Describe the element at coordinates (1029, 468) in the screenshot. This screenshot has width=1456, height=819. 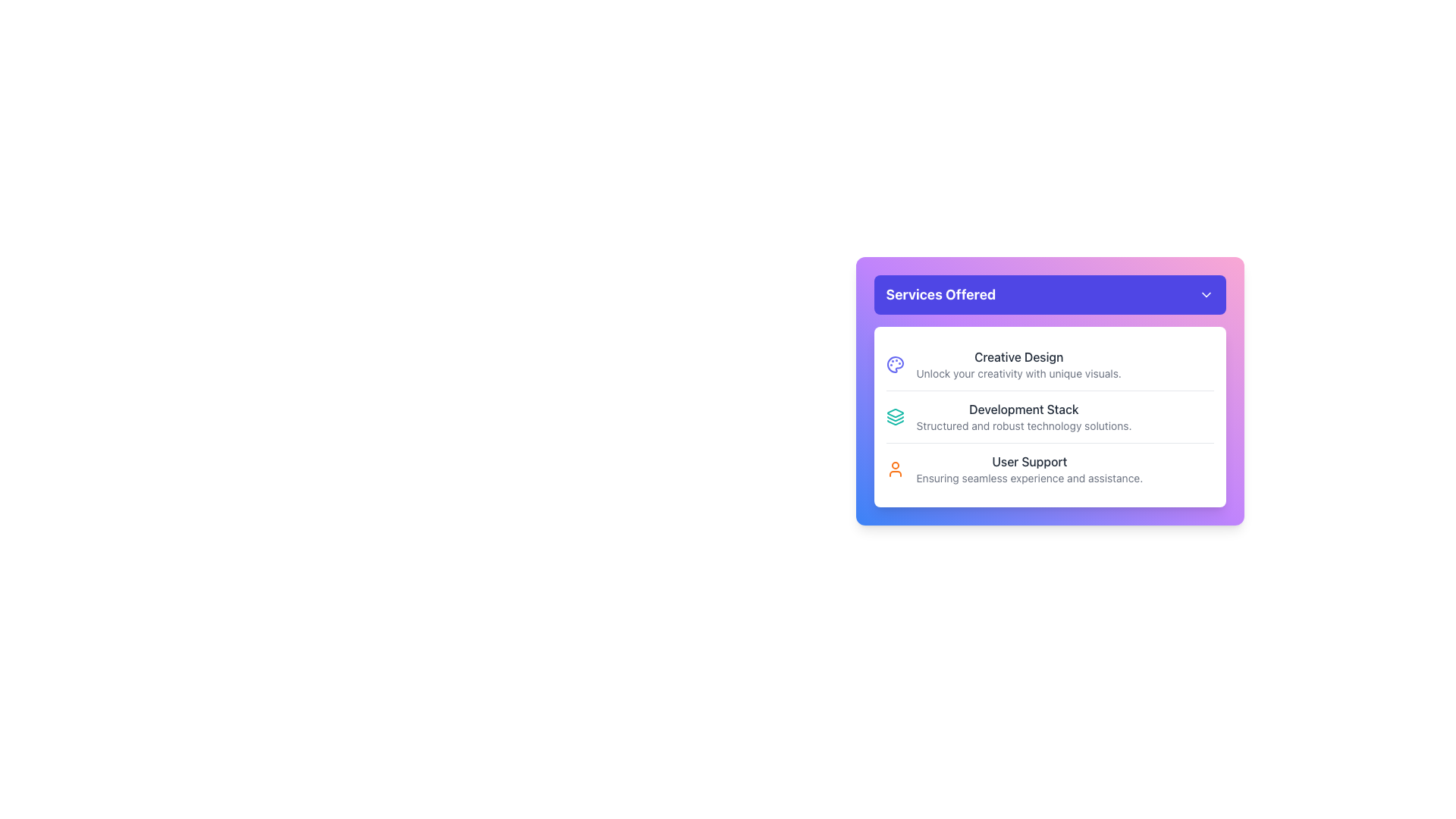
I see `the 'User Support' service text block, which is the third item in the vertically aligned list under 'Services Offered.'` at that location.